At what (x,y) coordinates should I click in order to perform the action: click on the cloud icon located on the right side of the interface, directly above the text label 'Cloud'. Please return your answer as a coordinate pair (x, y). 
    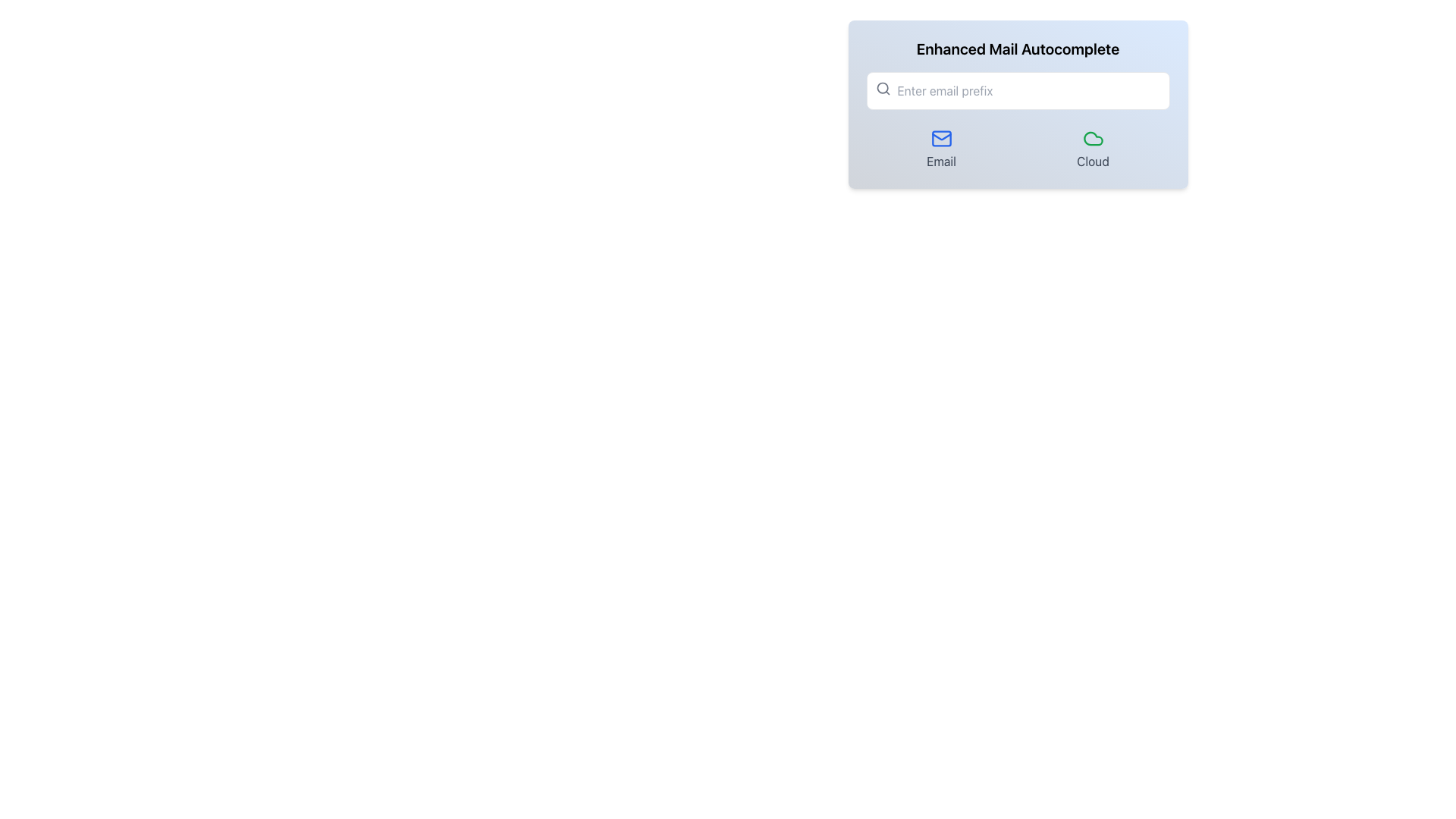
    Looking at the image, I should click on (1093, 138).